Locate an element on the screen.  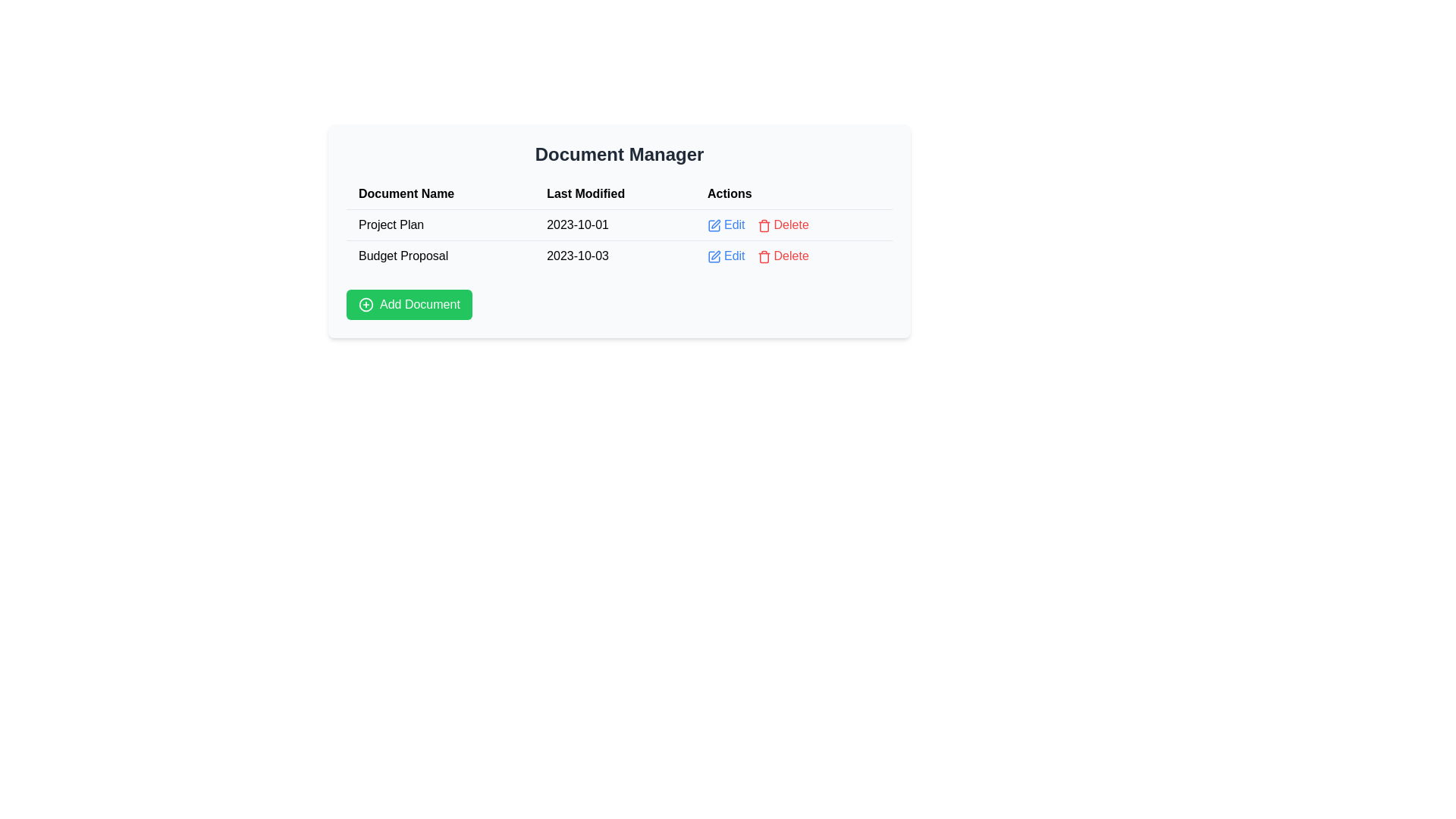
the 'Delete' button, which is the second option in the 'Actions' column of the second row of the table, to trigger its hover effect that changes its color to a darker red shade is located at coordinates (783, 256).